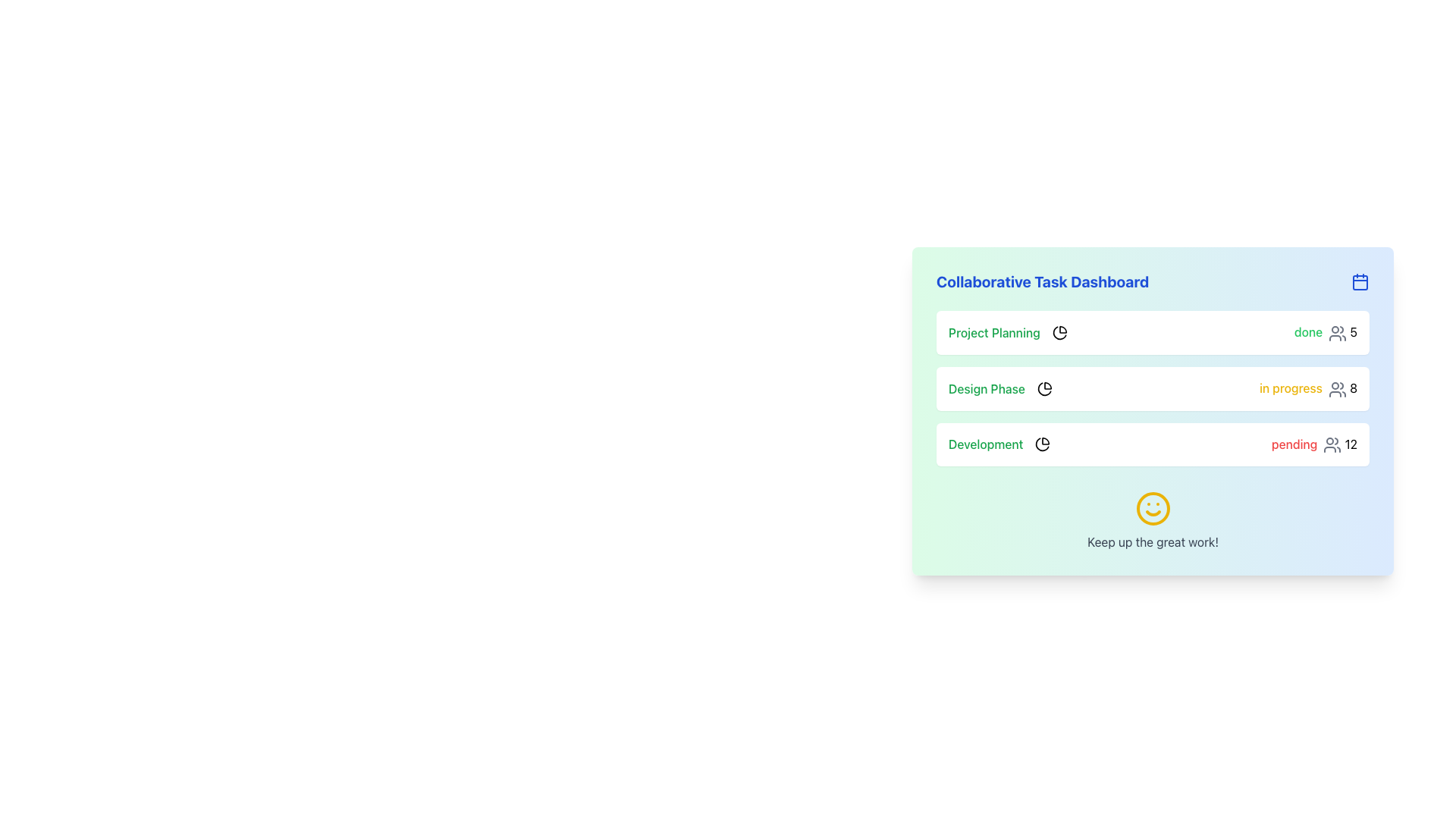 This screenshot has width=1456, height=819. I want to click on the second icon in the 'Design Phase' row of the progress list, which visually represents the number of users associated with the task labeled 'Design Phase', so click(1337, 388).